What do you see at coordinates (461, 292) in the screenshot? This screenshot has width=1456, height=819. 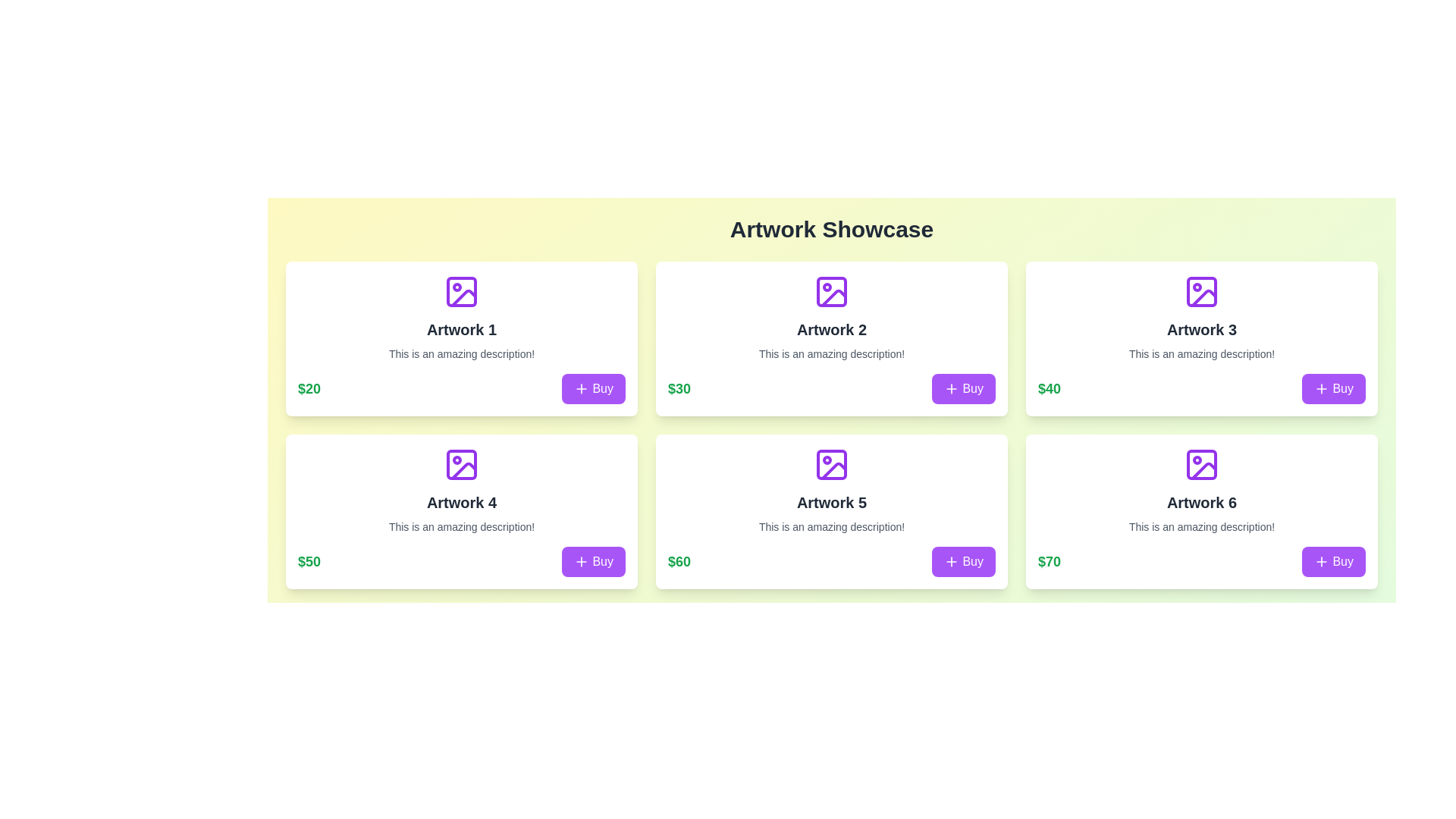 I see `the icon located in the upper left corner of the card titled 'Artwork 1'` at bounding box center [461, 292].